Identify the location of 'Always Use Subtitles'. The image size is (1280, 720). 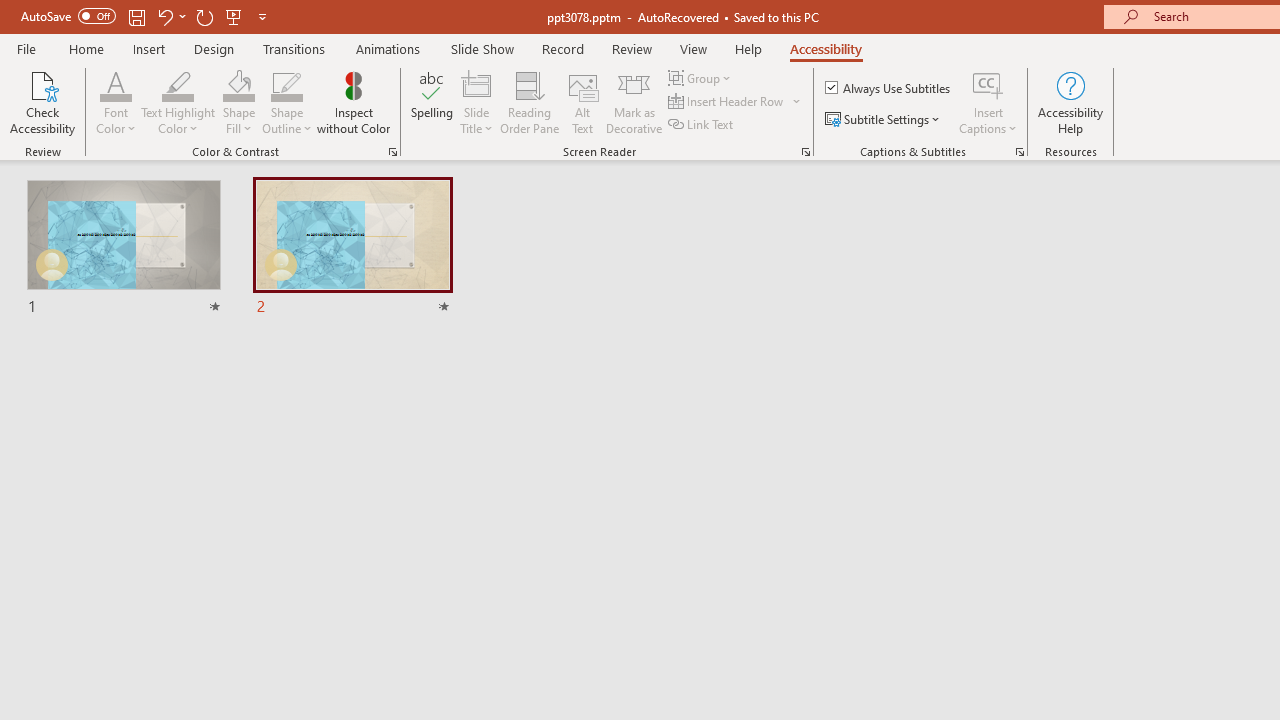
(888, 86).